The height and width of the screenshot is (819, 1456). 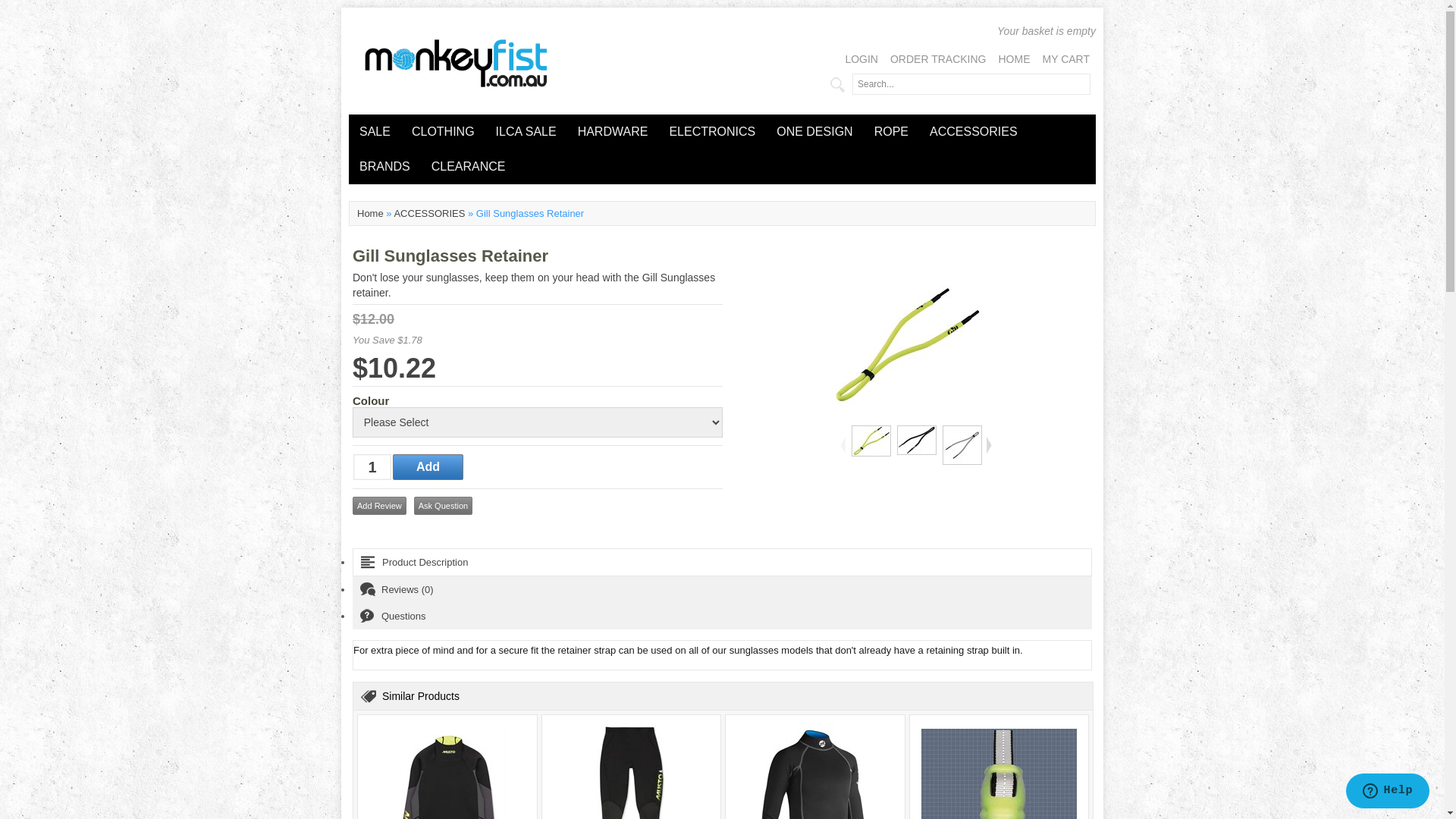 I want to click on 'ORDER TRACKING', so click(x=937, y=58).